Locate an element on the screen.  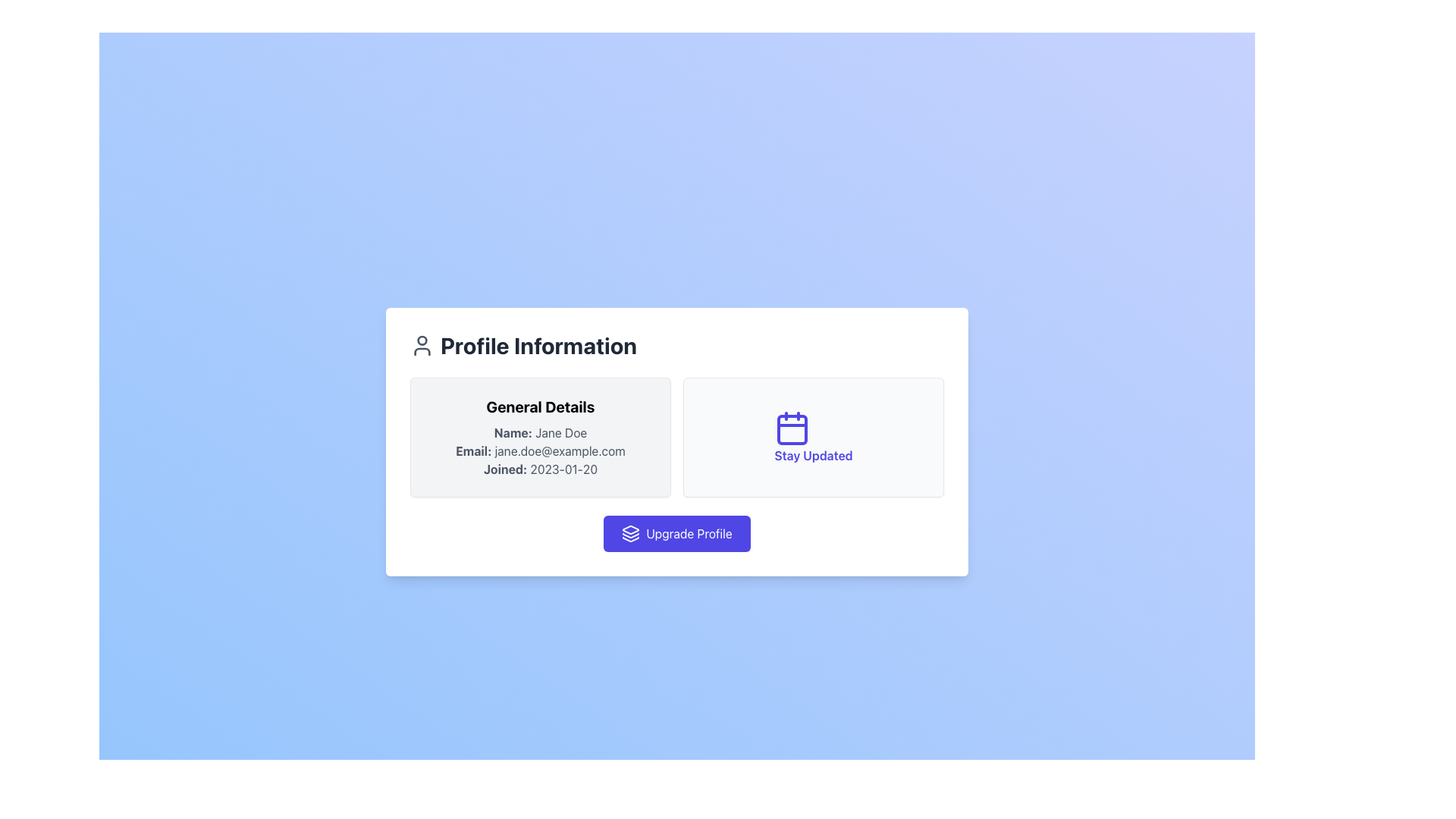
the middle graphical icon component that visually represents a layer in the stack of graphical layers near the center of the page is located at coordinates (631, 535).